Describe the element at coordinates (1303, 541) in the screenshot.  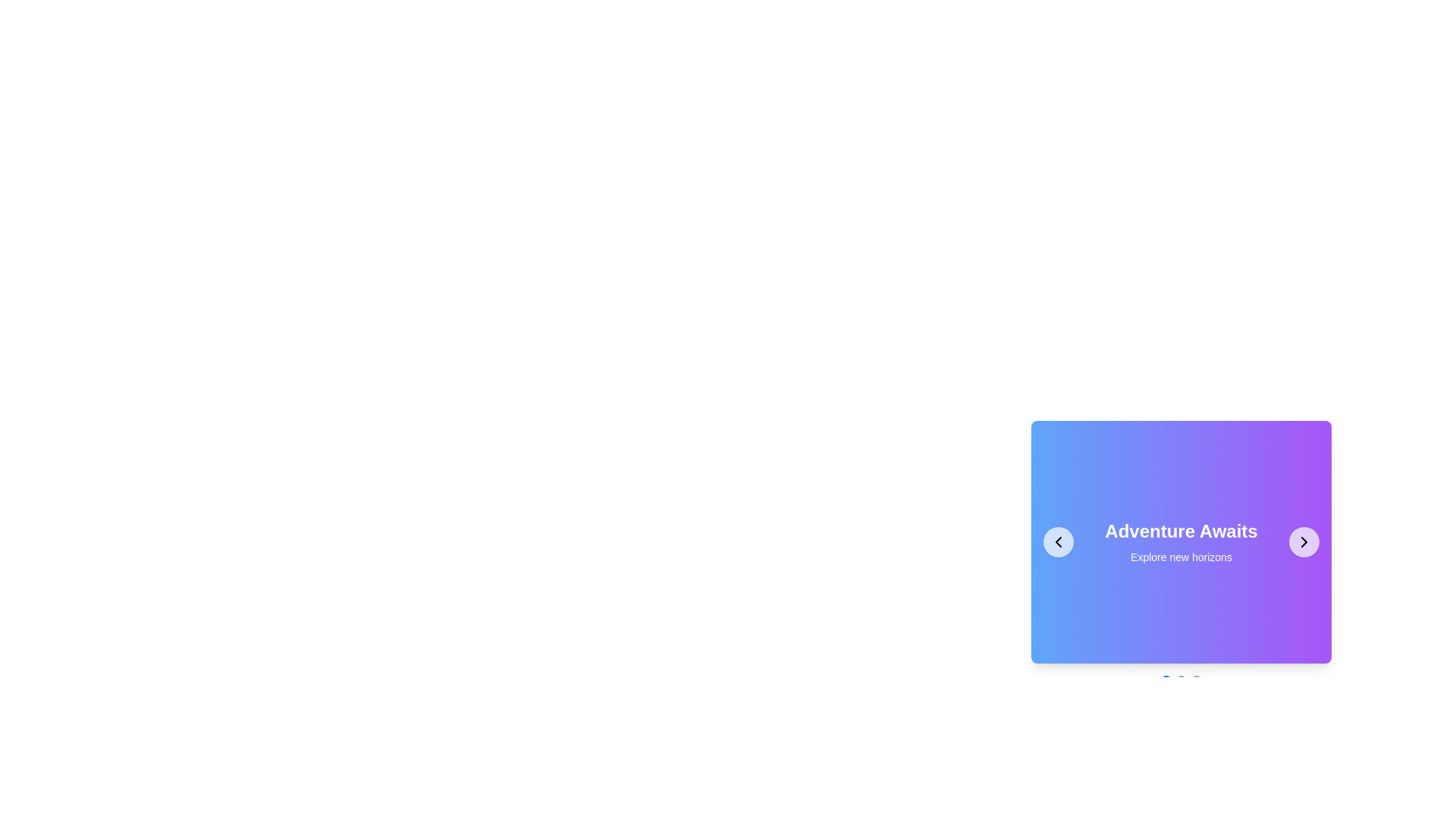
I see `the Chevron button on the right side of the carousel` at that location.